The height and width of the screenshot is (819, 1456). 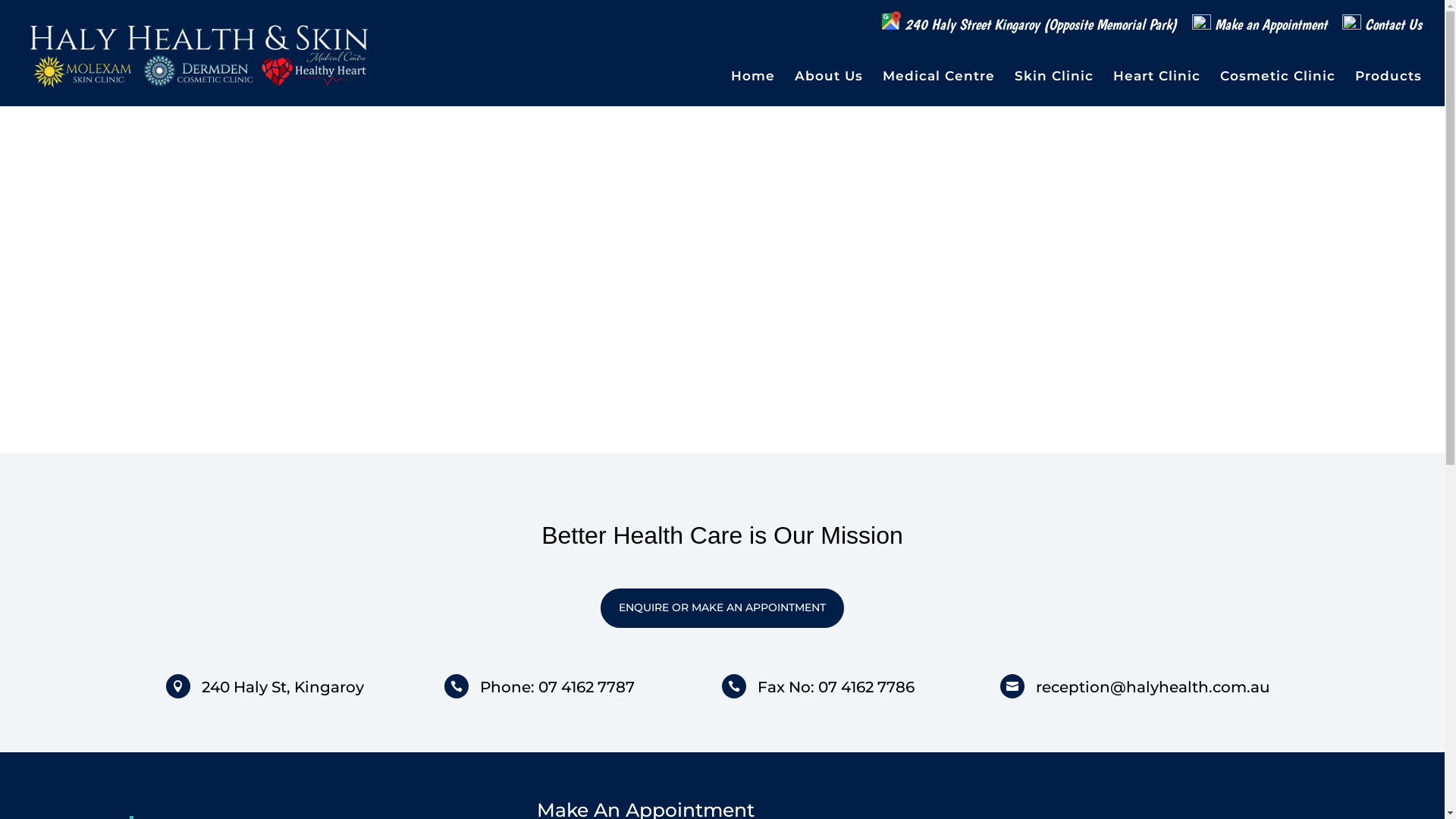 What do you see at coordinates (1388, 88) in the screenshot?
I see `'Products'` at bounding box center [1388, 88].